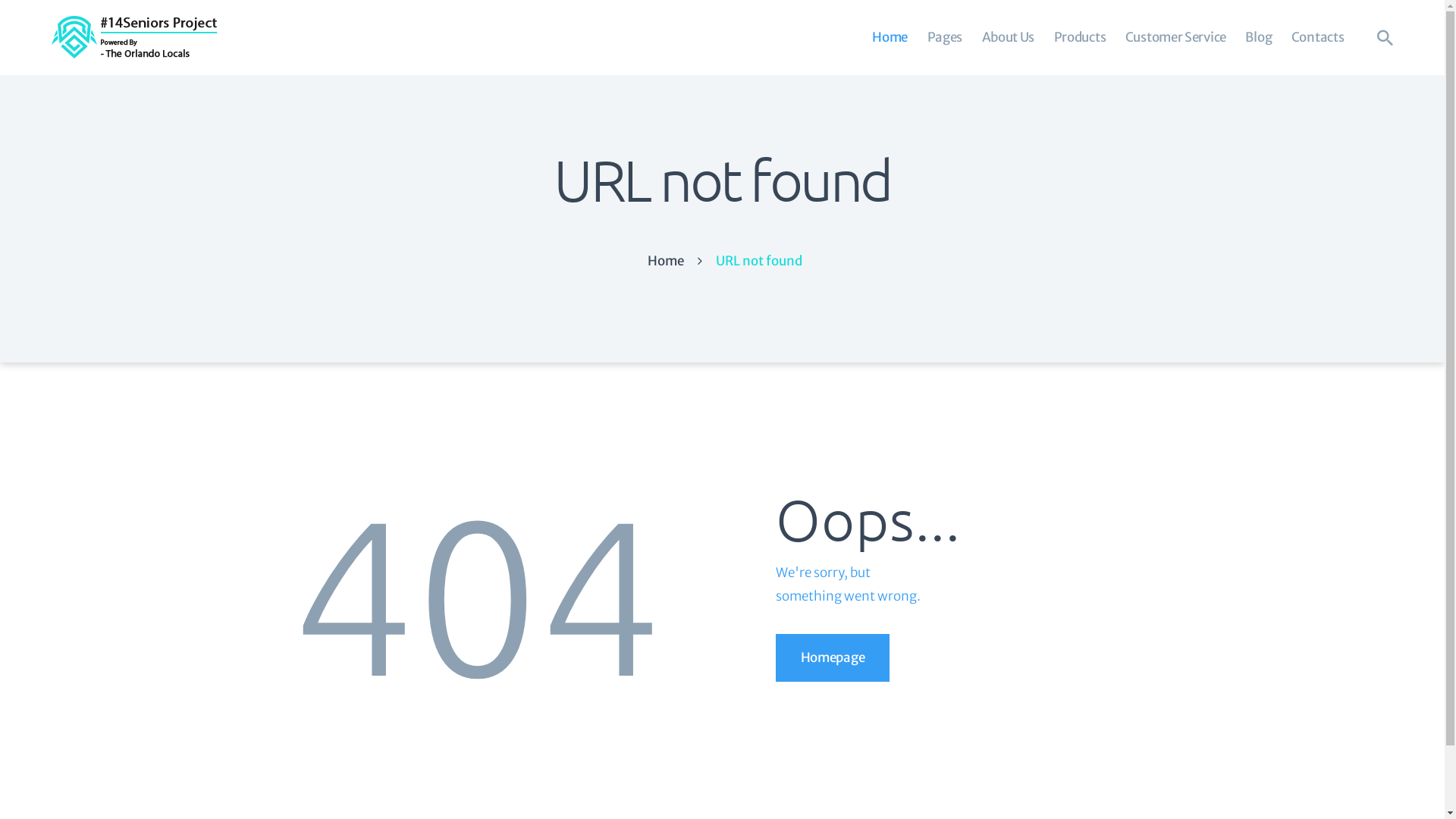  What do you see at coordinates (916, 36) in the screenshot?
I see `'Pages'` at bounding box center [916, 36].